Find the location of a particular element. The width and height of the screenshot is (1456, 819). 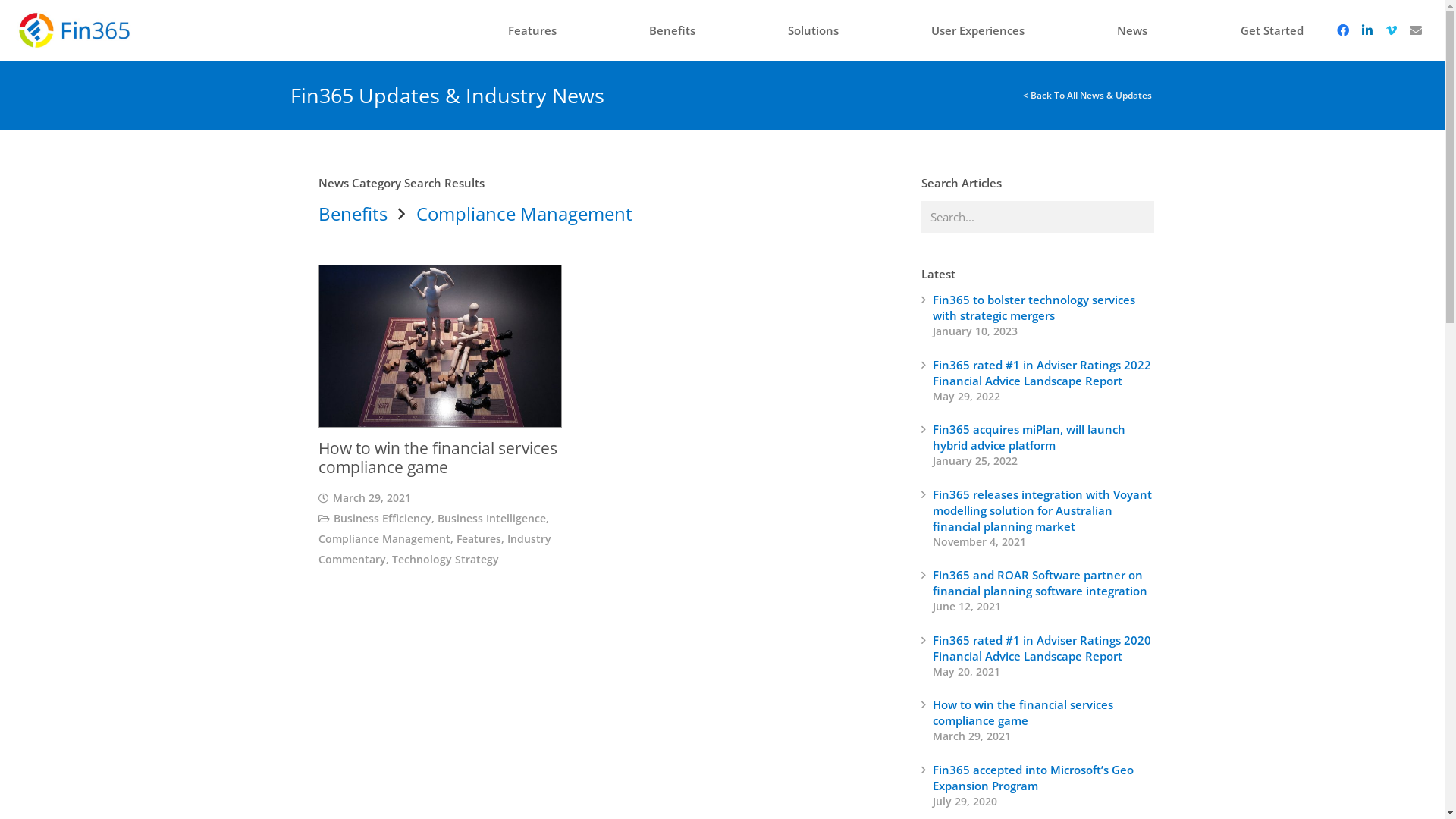

'LinkedIn' is located at coordinates (1366, 30).